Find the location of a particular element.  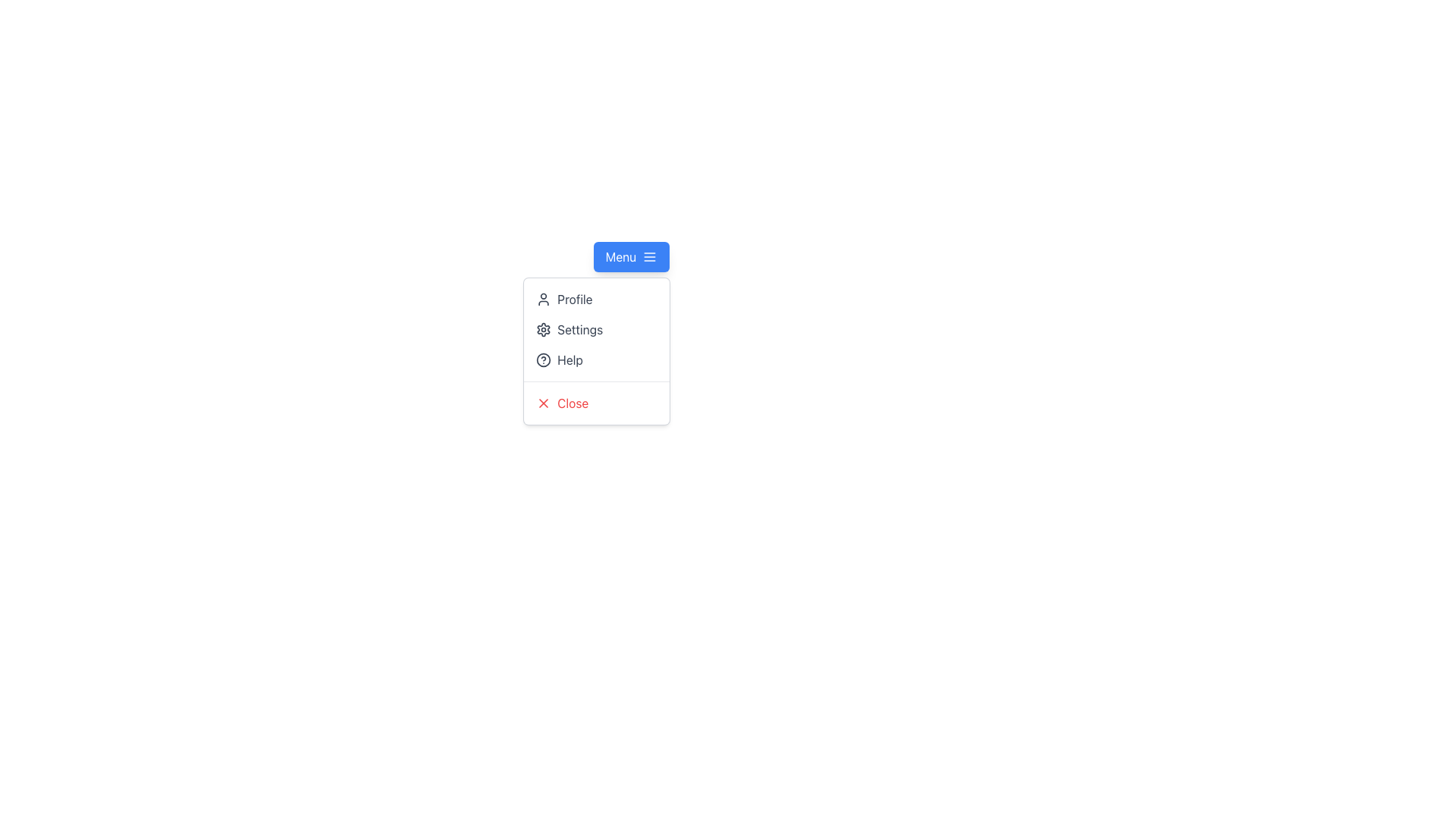

the 'Profile' icon located at the top left of the menu items list, adjacent to the text label 'Profile' is located at coordinates (544, 299).